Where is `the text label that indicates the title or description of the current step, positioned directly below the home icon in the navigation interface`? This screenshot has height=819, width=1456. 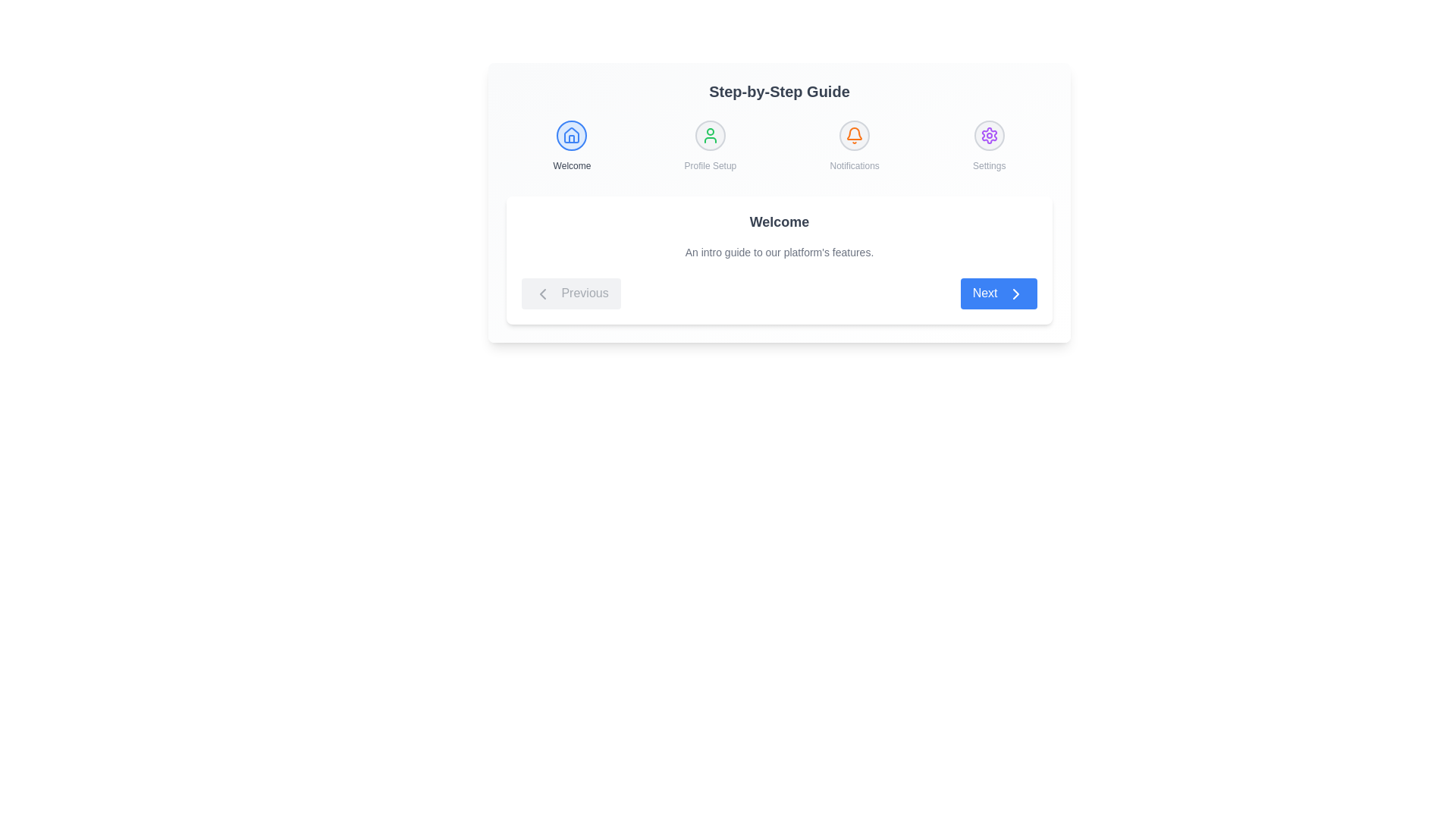
the text label that indicates the title or description of the current step, positioned directly below the home icon in the navigation interface is located at coordinates (571, 166).